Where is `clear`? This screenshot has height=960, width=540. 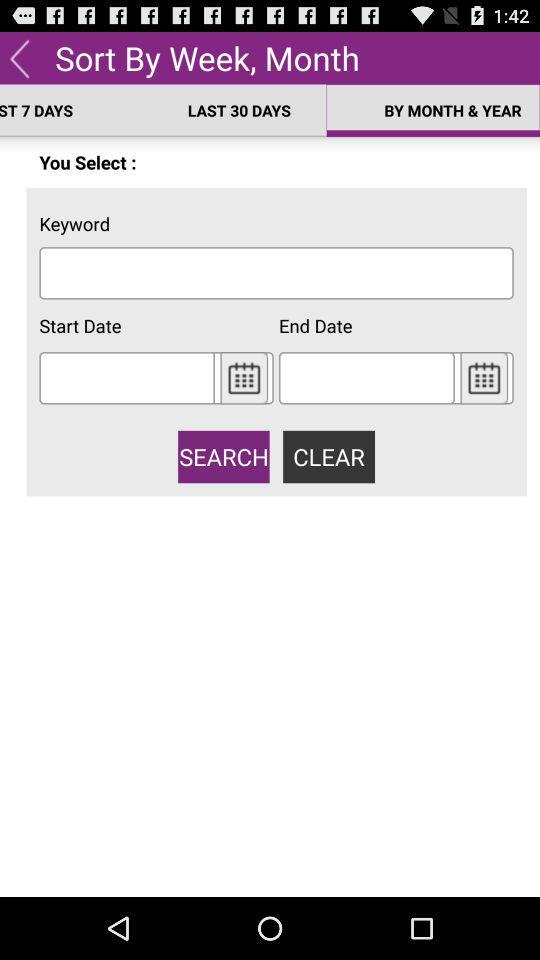
clear is located at coordinates (329, 456).